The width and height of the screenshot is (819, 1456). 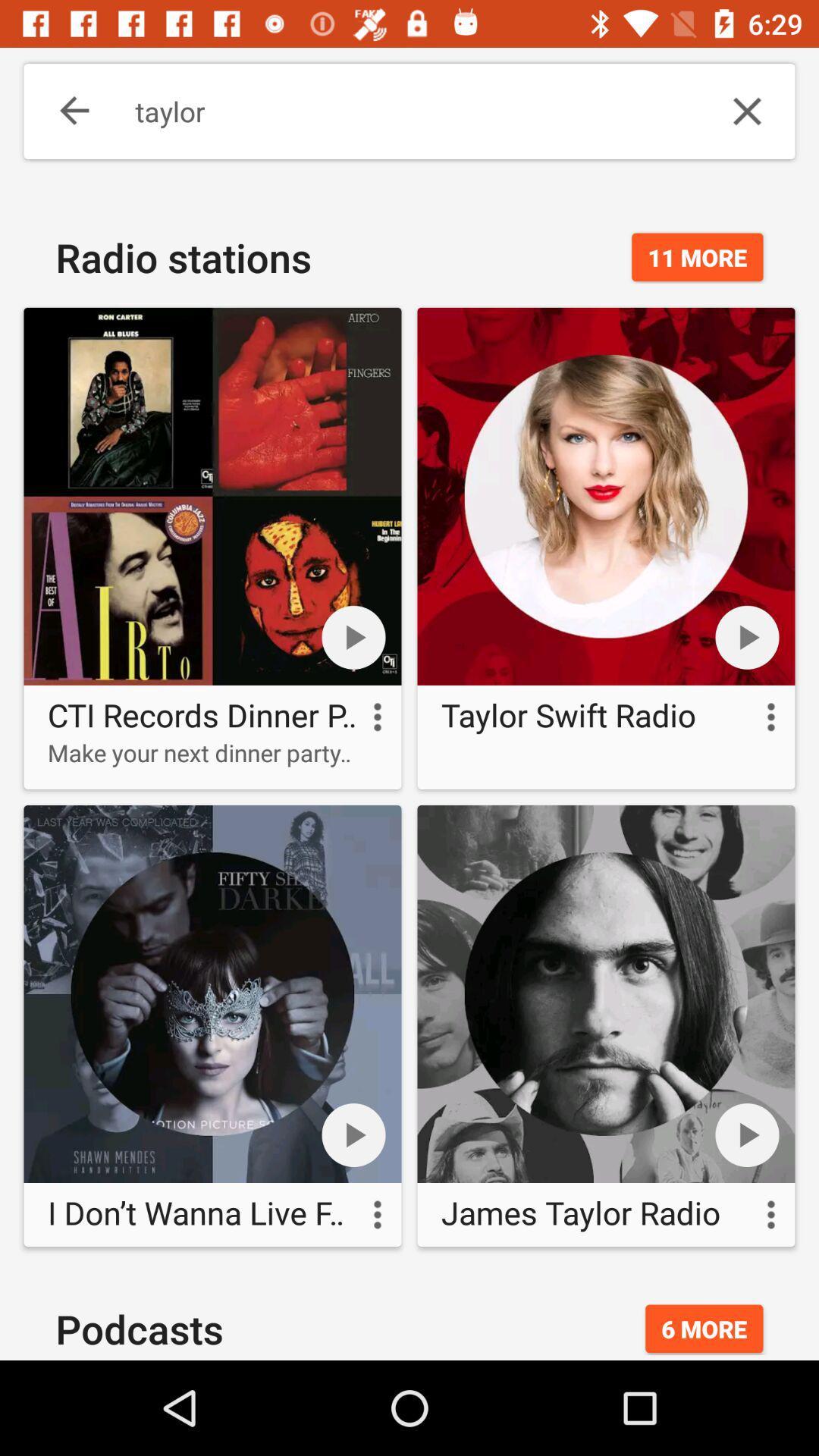 What do you see at coordinates (746, 111) in the screenshot?
I see `the icon next to taylor item` at bounding box center [746, 111].